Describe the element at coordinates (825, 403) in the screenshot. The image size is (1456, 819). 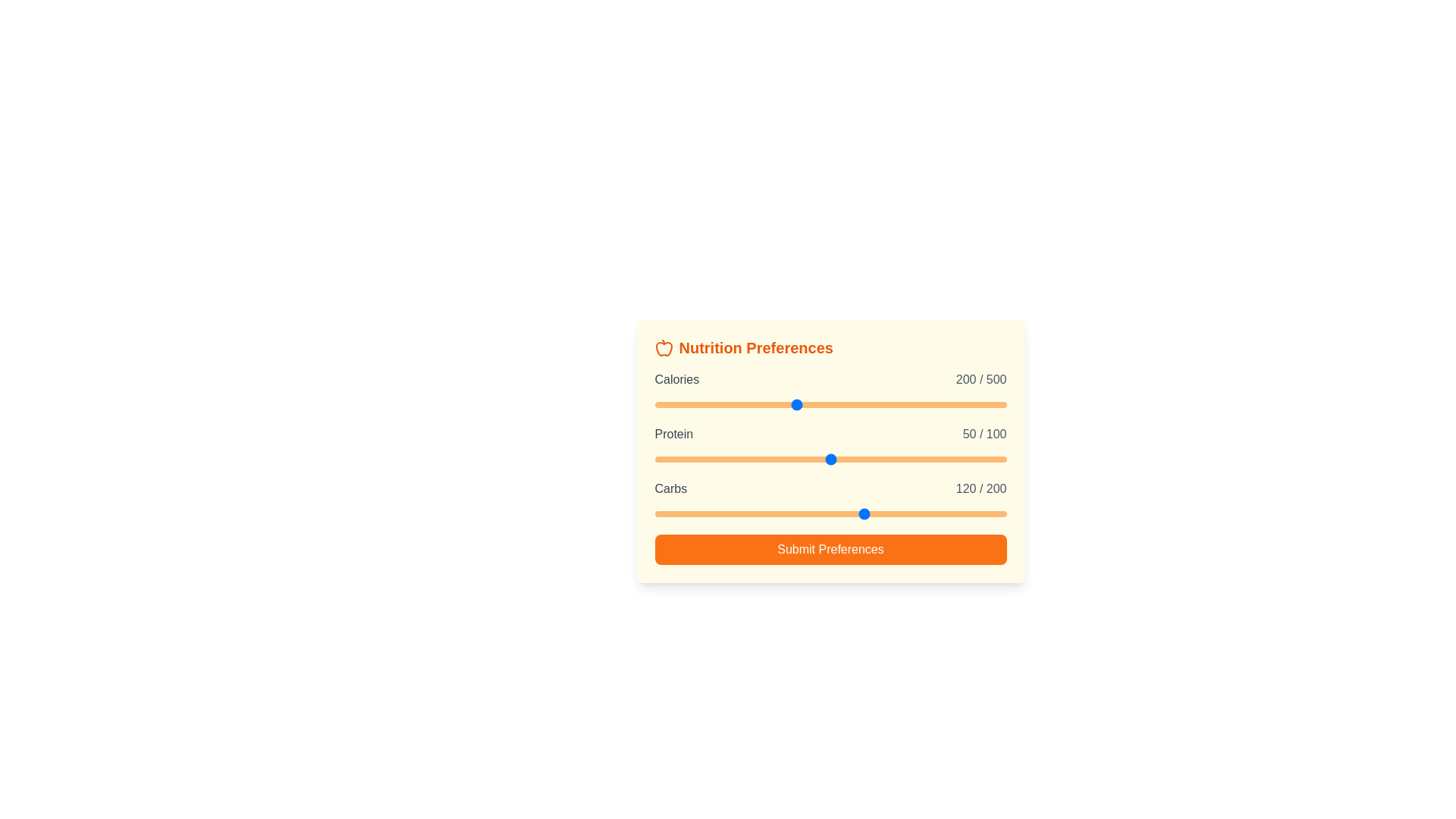
I see `calorie intake` at that location.